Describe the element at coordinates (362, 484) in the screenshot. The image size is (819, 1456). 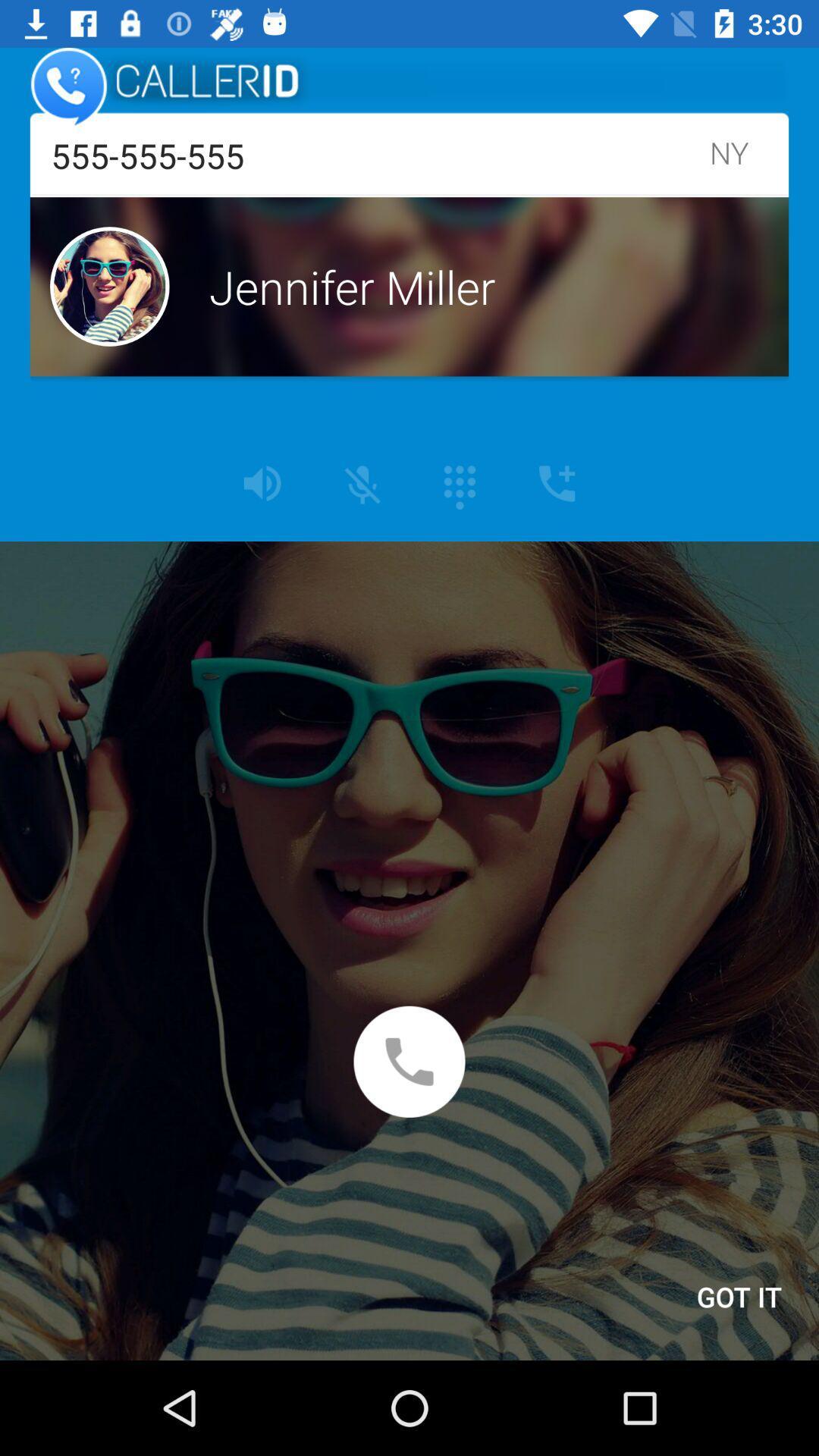
I see `the microphone icon` at that location.